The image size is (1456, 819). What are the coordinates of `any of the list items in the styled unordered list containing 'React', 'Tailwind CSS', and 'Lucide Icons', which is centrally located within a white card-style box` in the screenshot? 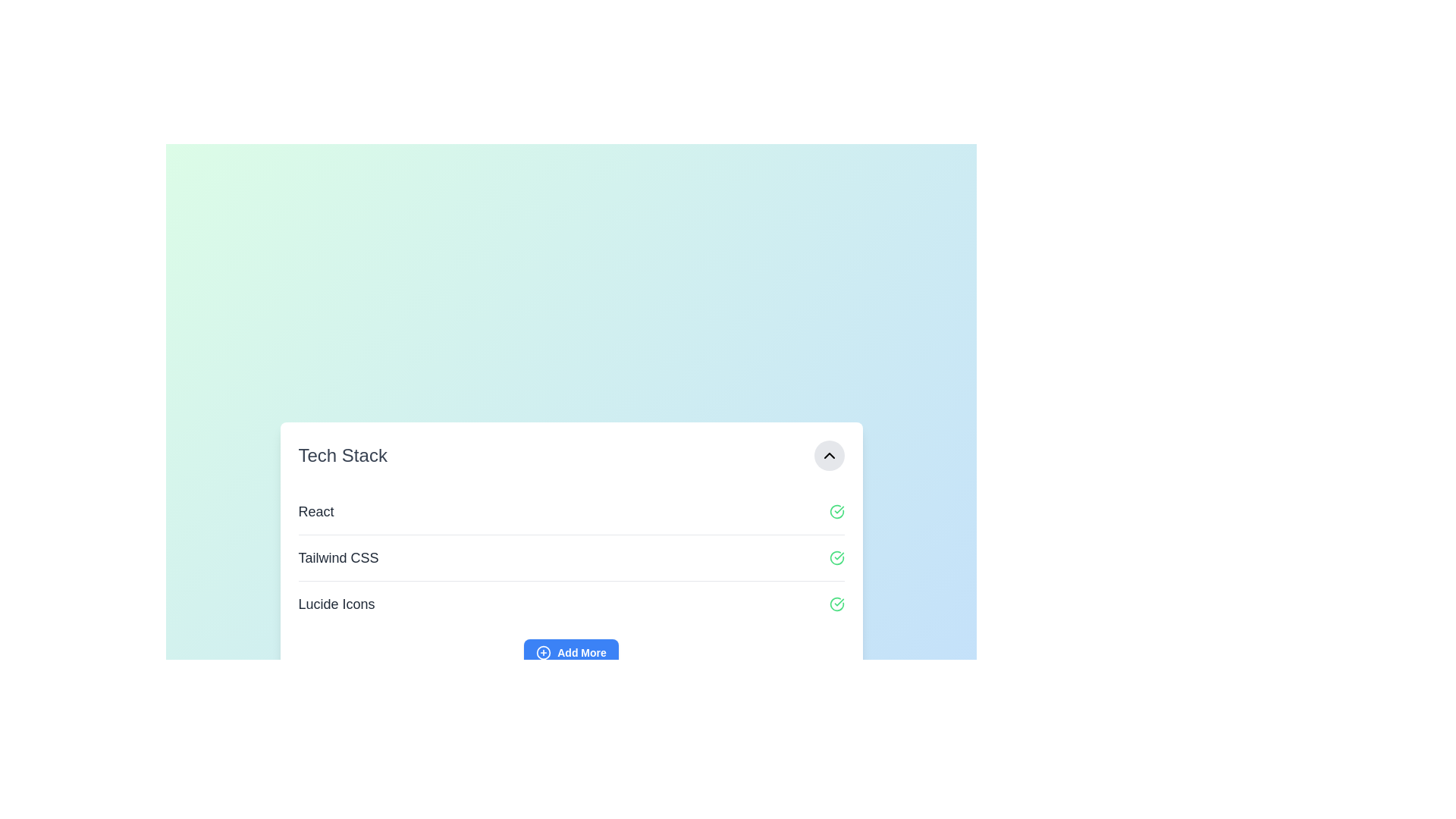 It's located at (570, 558).